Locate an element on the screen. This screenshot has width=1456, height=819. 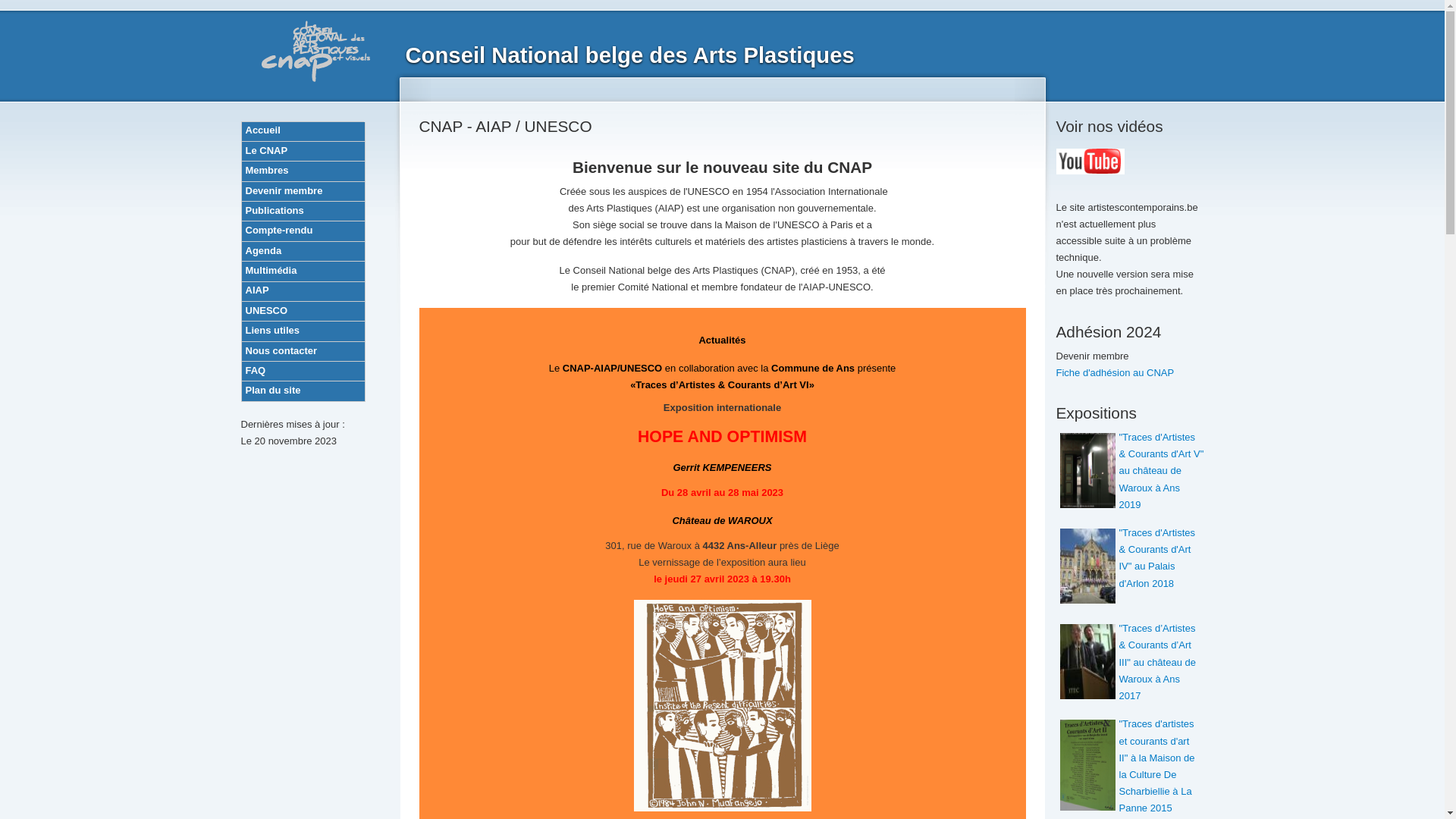
'Compte-rendu' is located at coordinates (303, 230).